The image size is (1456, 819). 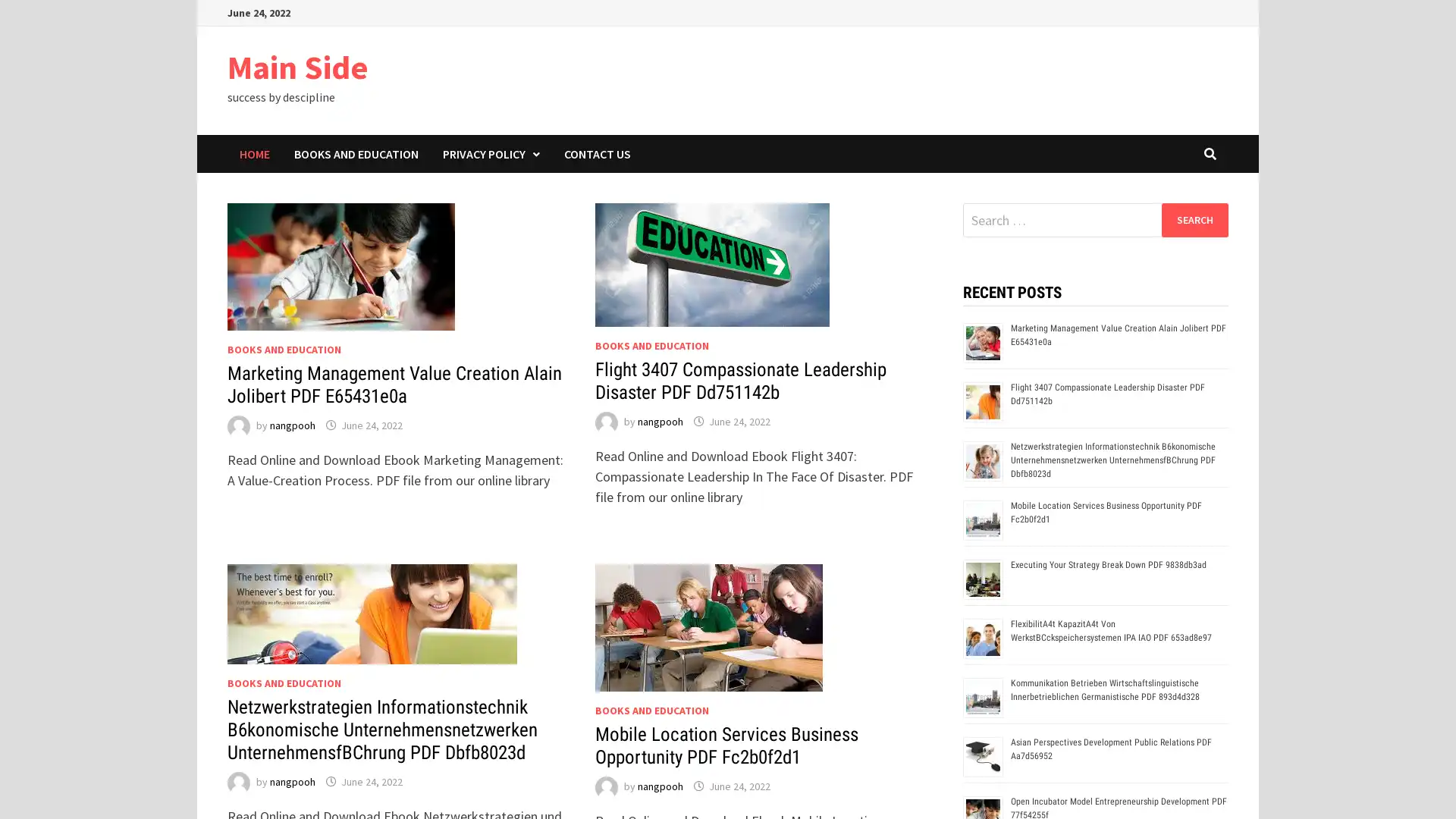 What do you see at coordinates (1194, 219) in the screenshot?
I see `Search` at bounding box center [1194, 219].